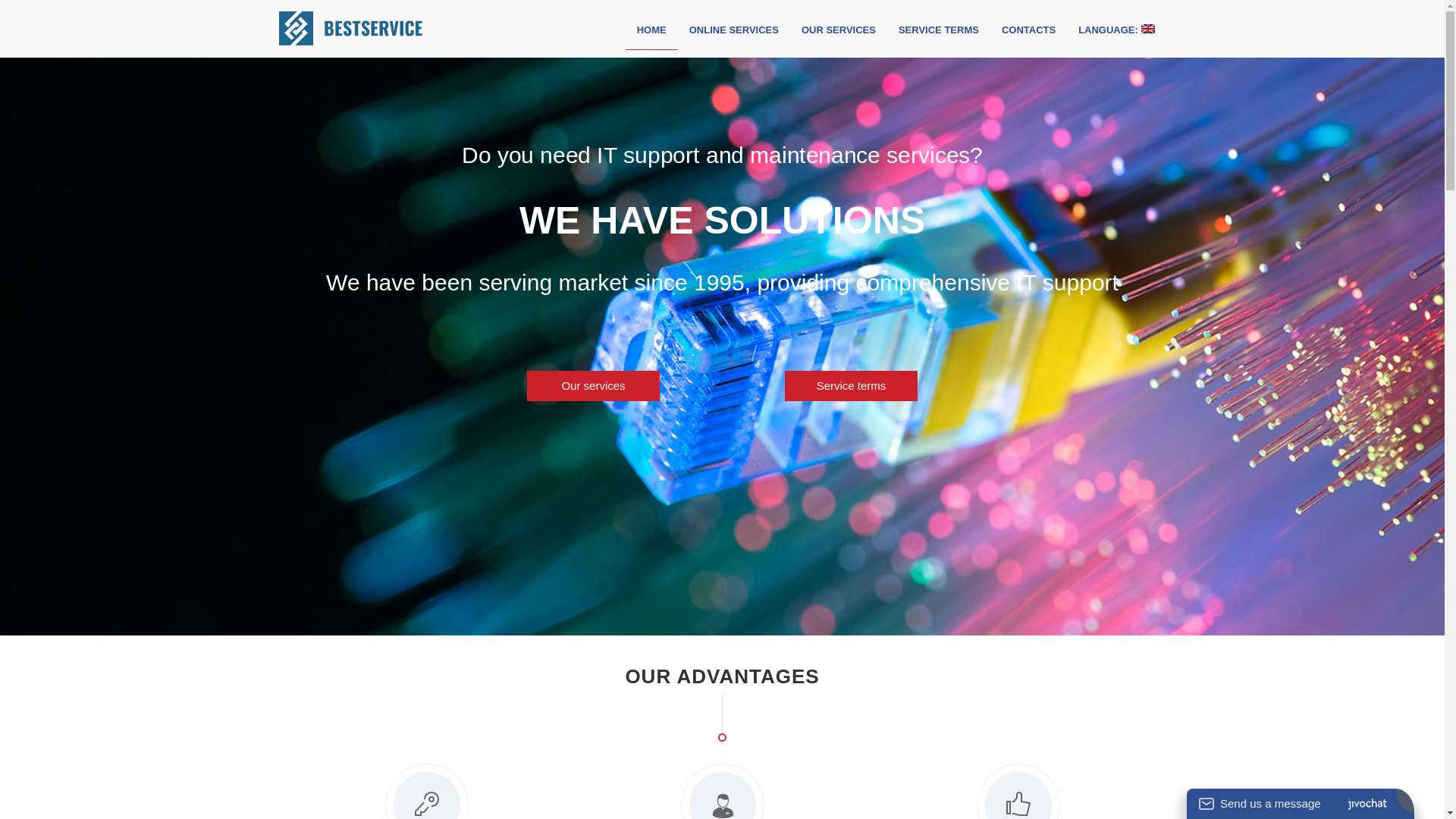 This screenshot has width=1456, height=819. Describe the element at coordinates (378, 30) in the screenshot. I see `'Best Service'` at that location.